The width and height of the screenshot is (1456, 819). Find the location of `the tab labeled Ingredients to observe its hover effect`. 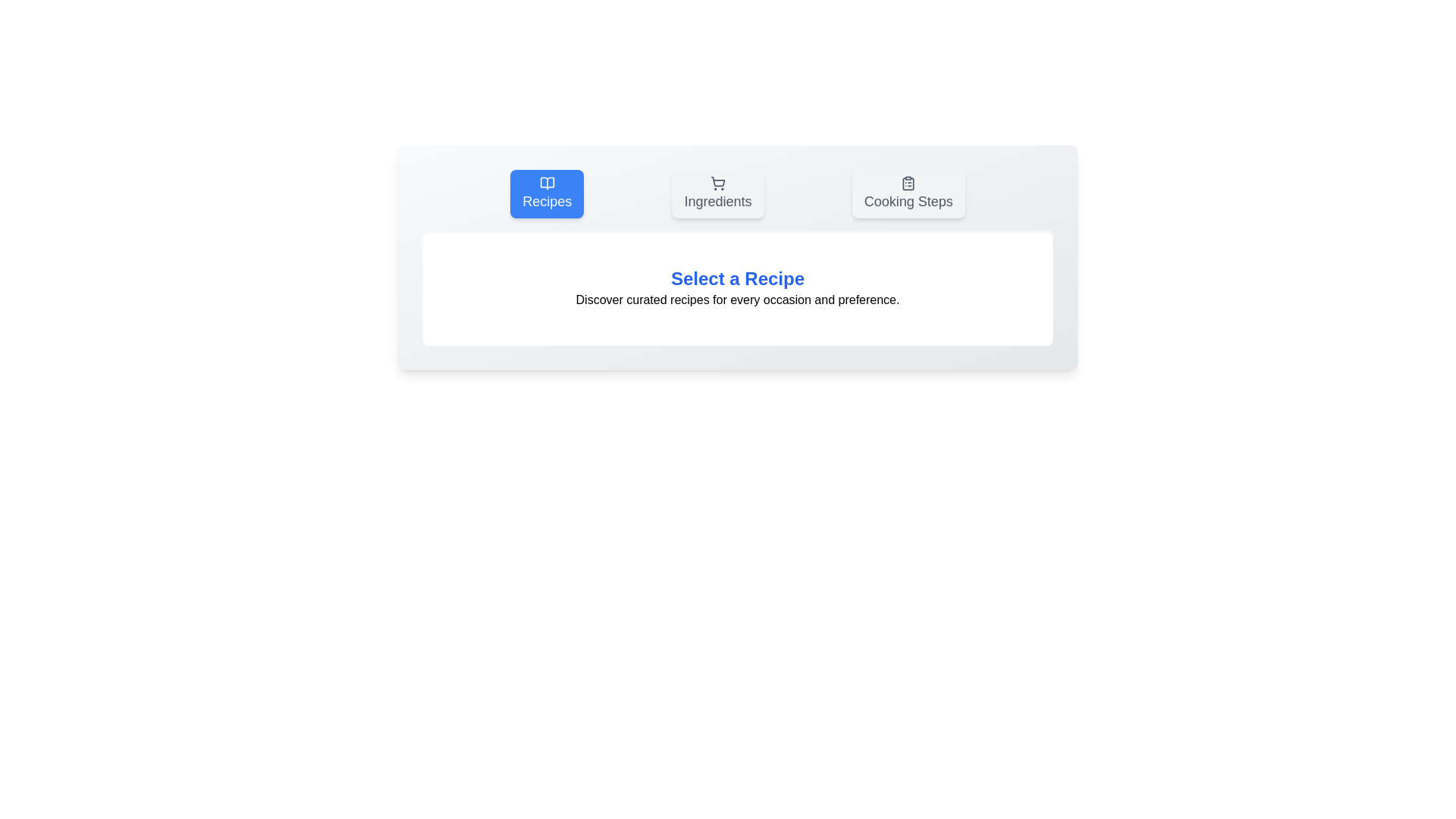

the tab labeled Ingredients to observe its hover effect is located at coordinates (717, 193).